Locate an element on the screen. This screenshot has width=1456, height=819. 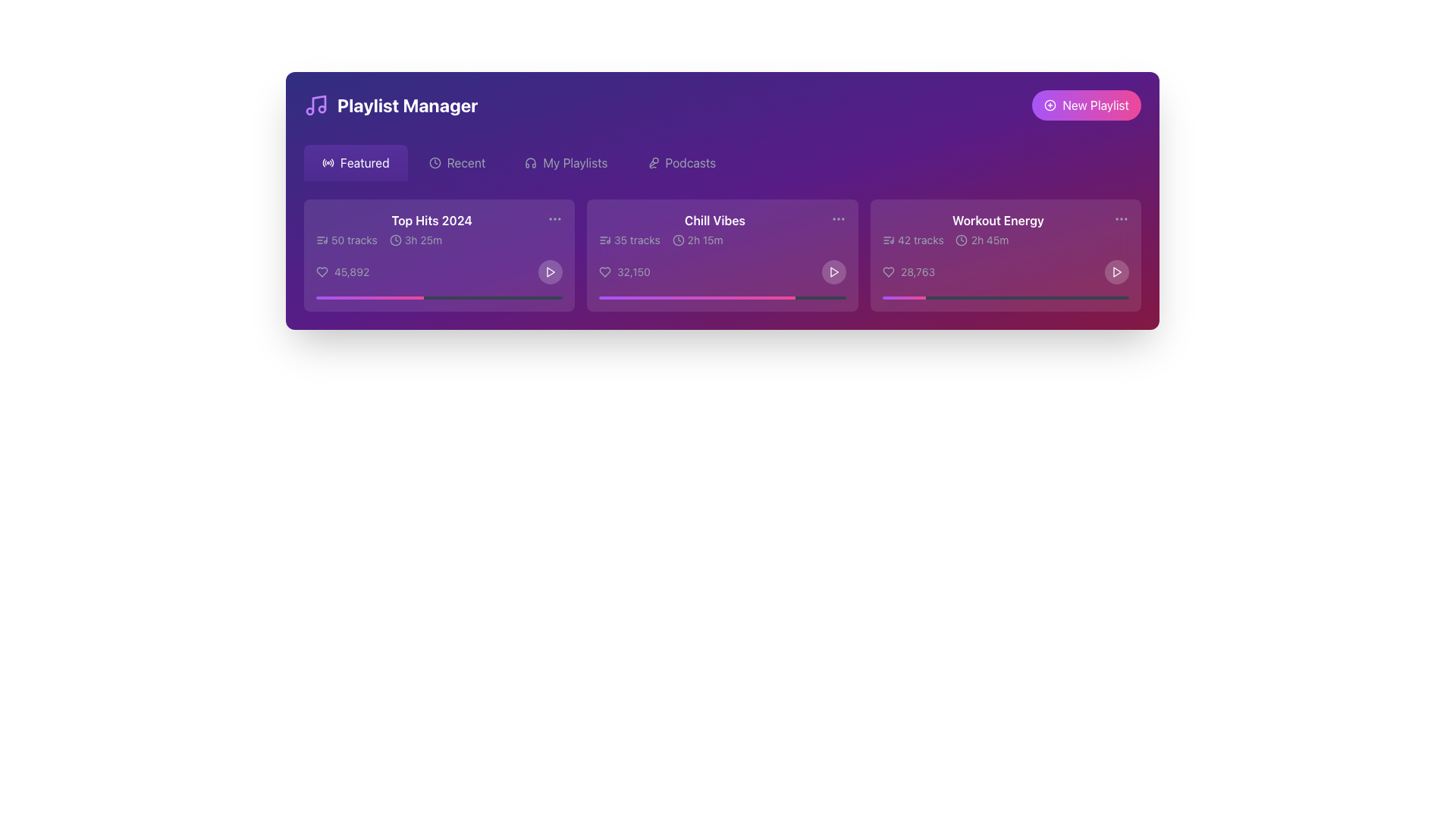
the visual feedback when interacting with the circular icon that has a '+' symbol inside, located to the left of the 'New Playlist' button in the top-right corner of the interface is located at coordinates (1050, 104).